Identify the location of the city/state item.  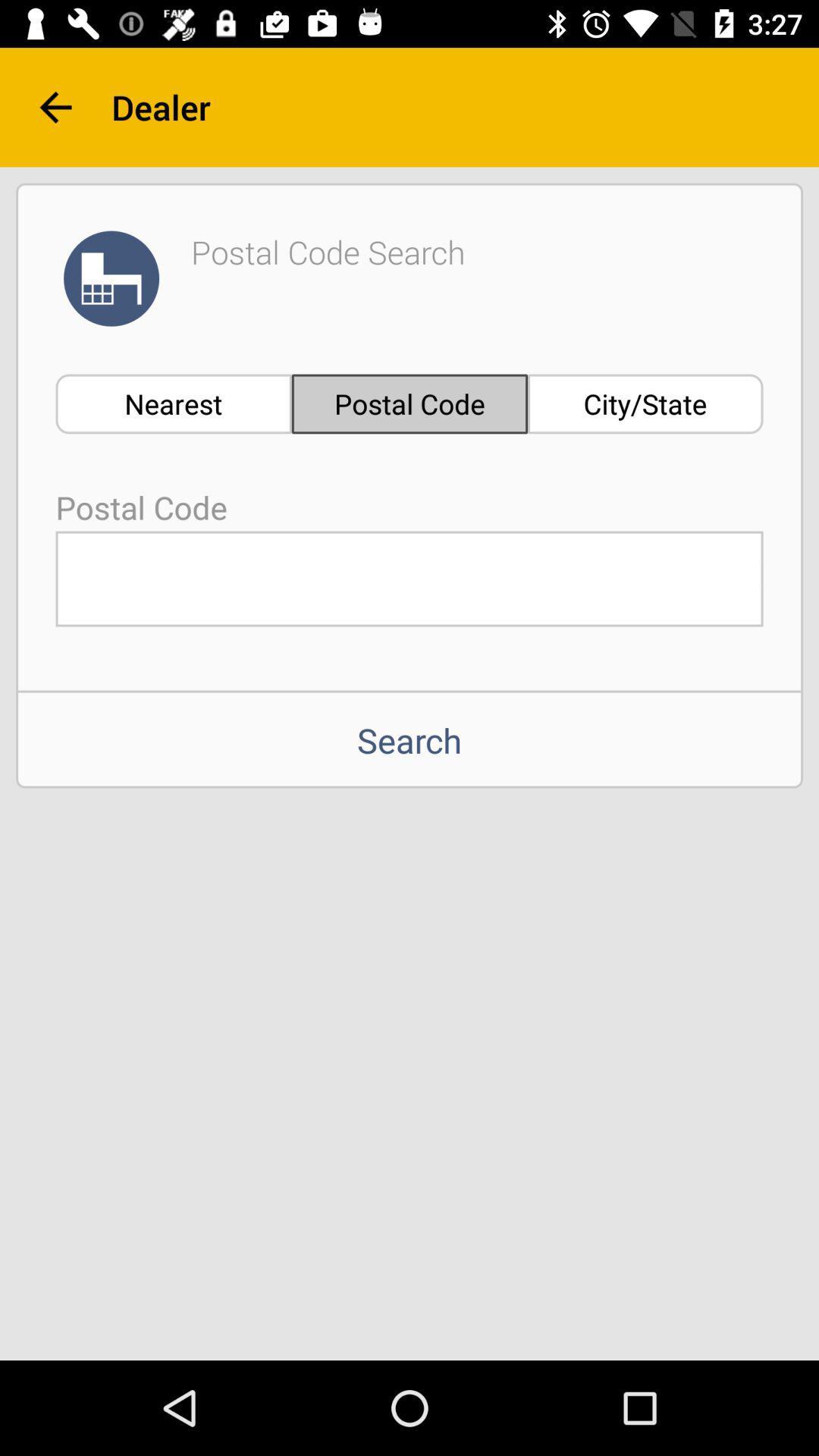
(645, 403).